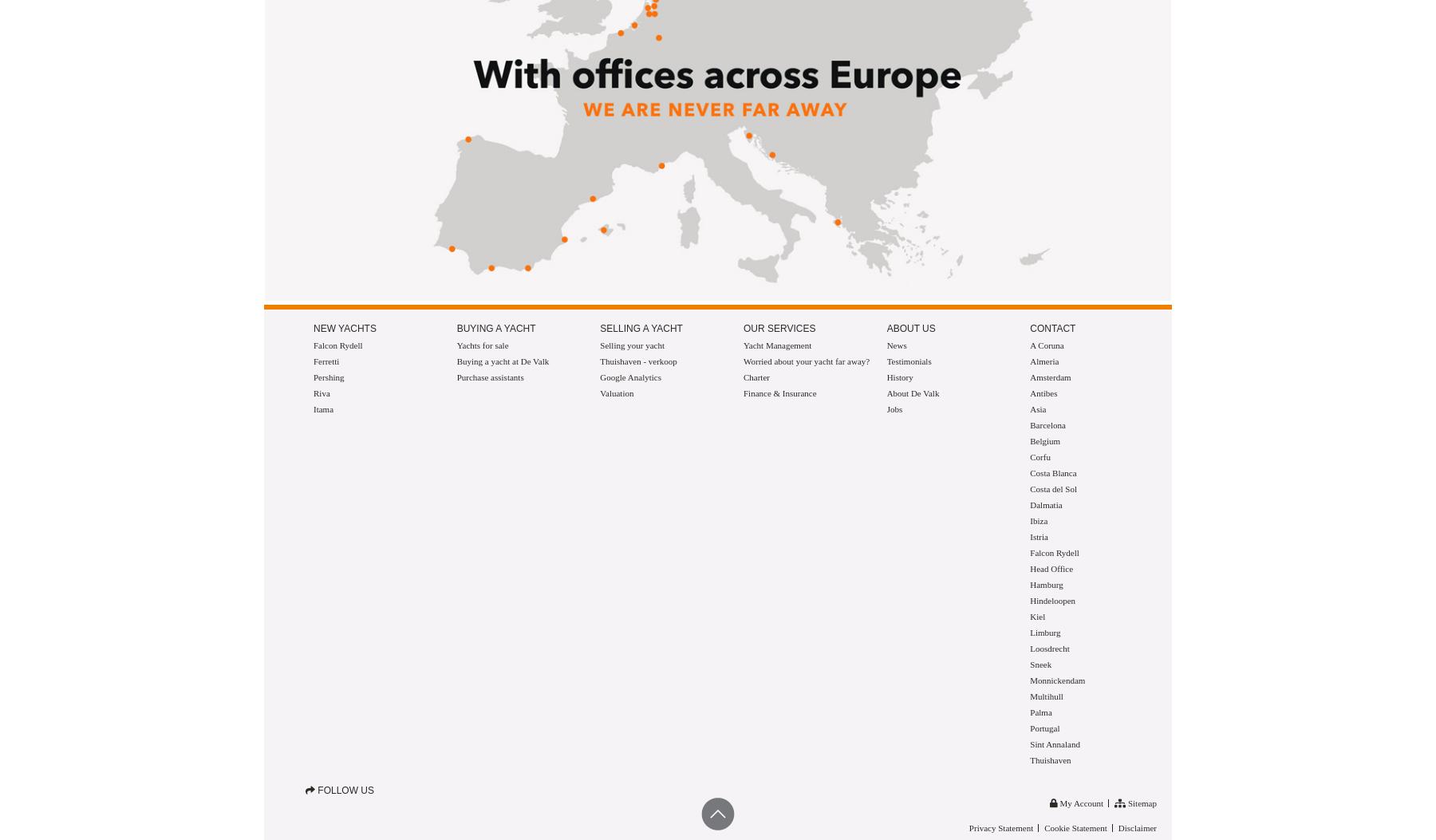  Describe the element at coordinates (313, 377) in the screenshot. I see `'Pershing'` at that location.